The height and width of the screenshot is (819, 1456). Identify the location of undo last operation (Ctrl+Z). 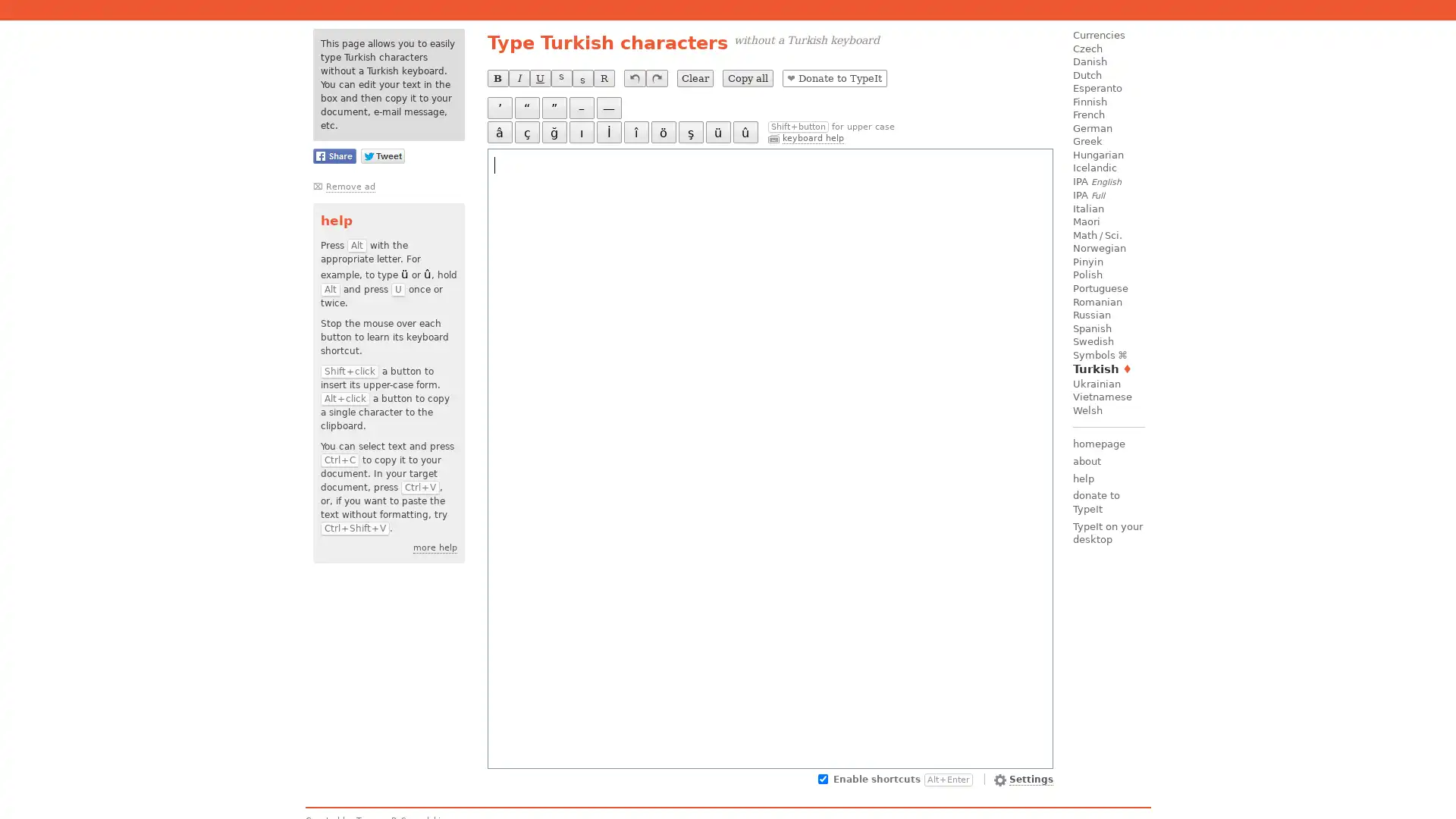
(634, 78).